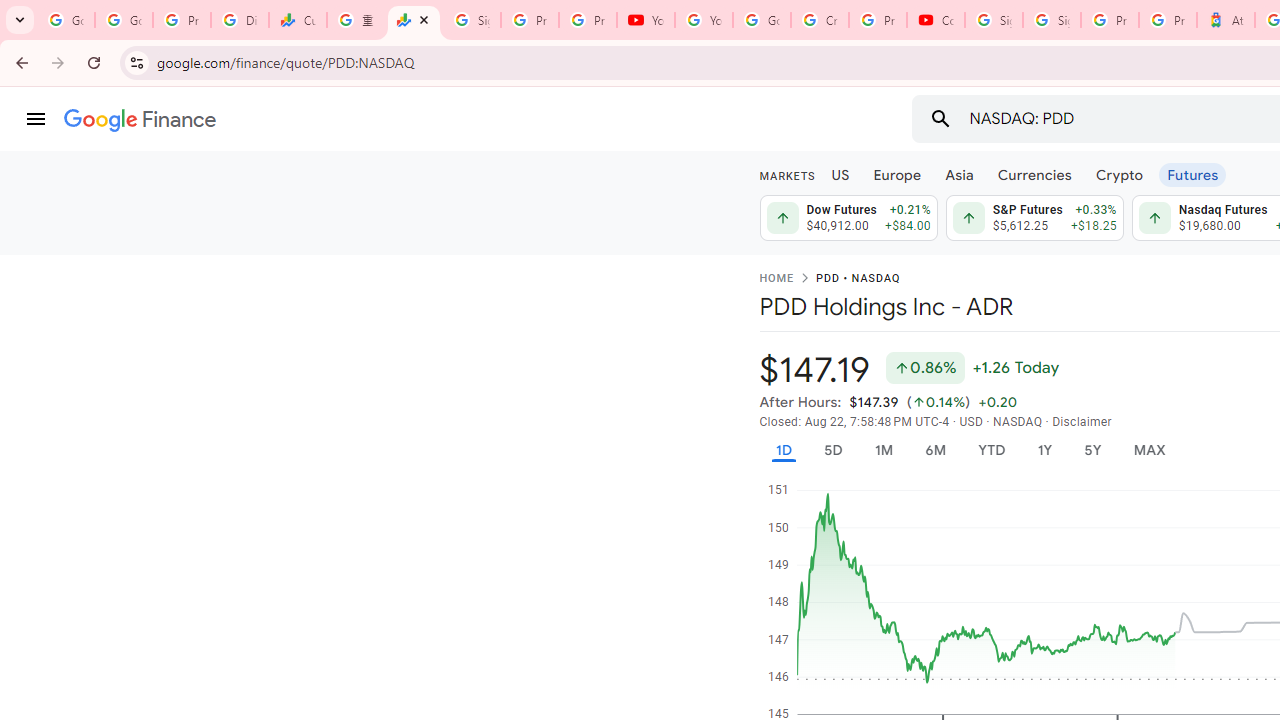 Image resolution: width=1280 pixels, height=720 pixels. What do you see at coordinates (645, 20) in the screenshot?
I see `'YouTube'` at bounding box center [645, 20].